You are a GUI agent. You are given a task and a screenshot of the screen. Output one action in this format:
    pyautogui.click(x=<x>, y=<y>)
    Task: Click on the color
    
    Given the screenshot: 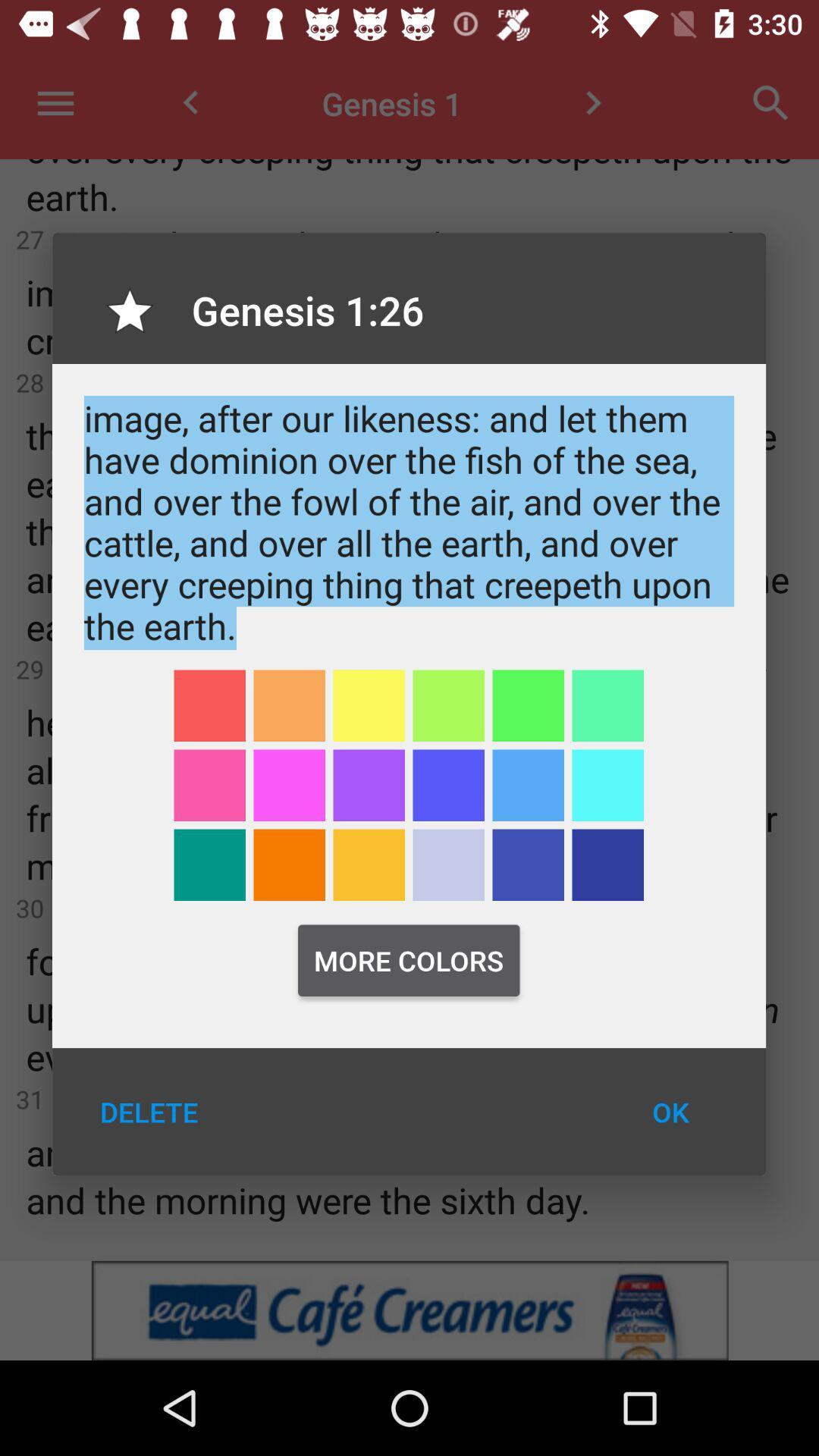 What is the action you would take?
    pyautogui.click(x=209, y=864)
    